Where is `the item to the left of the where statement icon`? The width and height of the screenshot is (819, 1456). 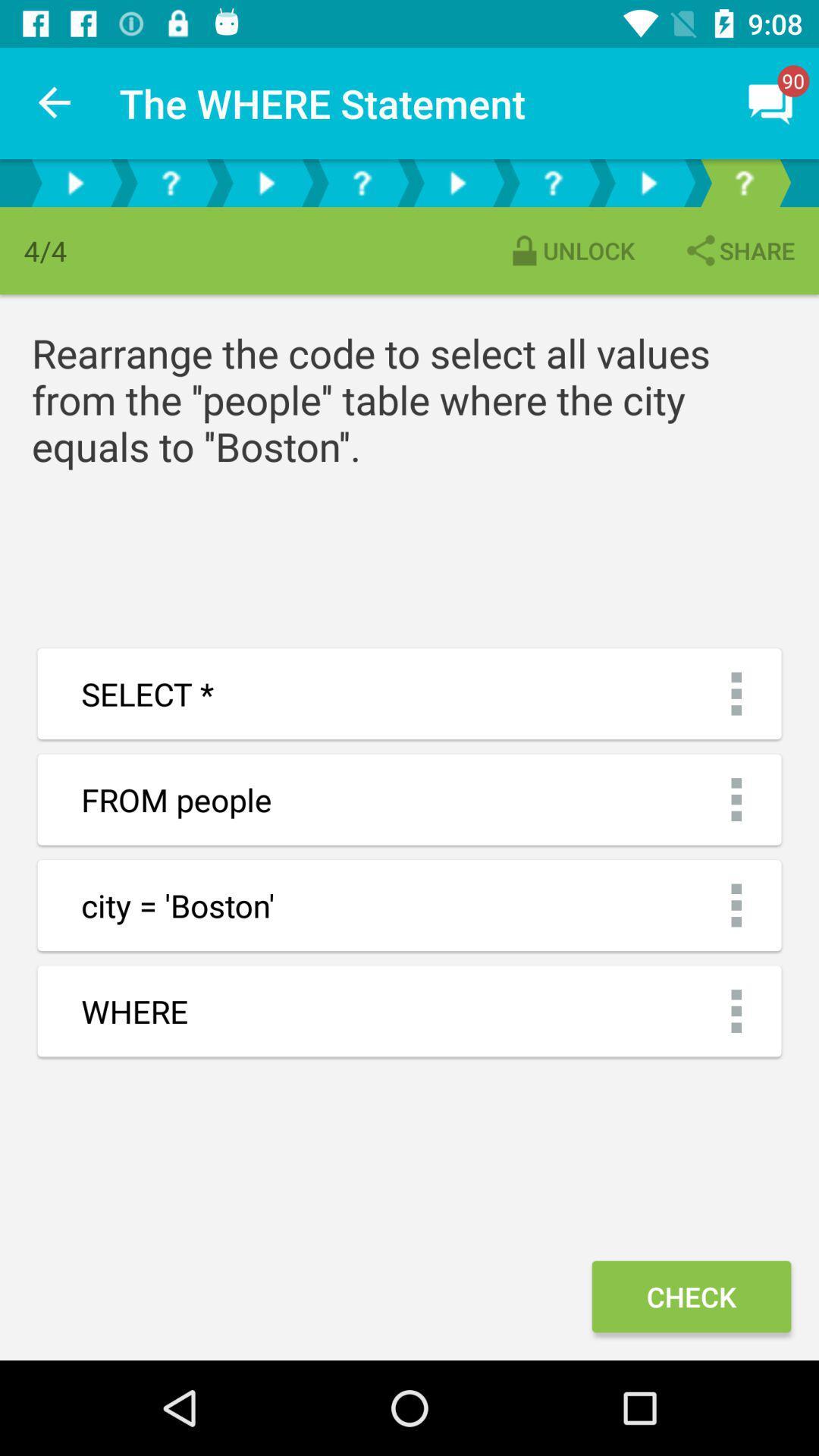
the item to the left of the where statement icon is located at coordinates (55, 102).